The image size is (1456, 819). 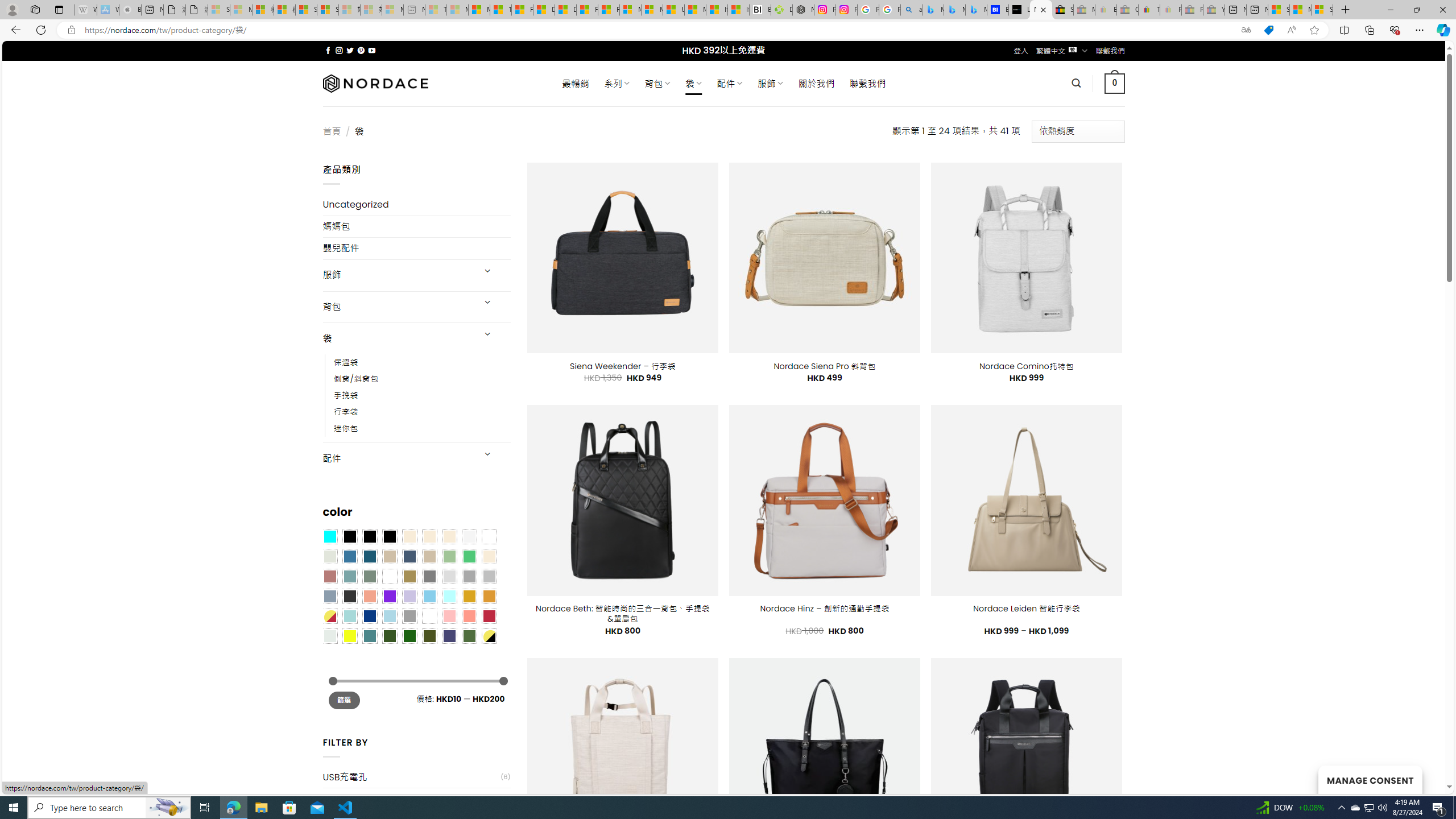 What do you see at coordinates (976, 9) in the screenshot?
I see `'Microsoft Bing Travel - Shangri-La Hotel Bangkok'` at bounding box center [976, 9].